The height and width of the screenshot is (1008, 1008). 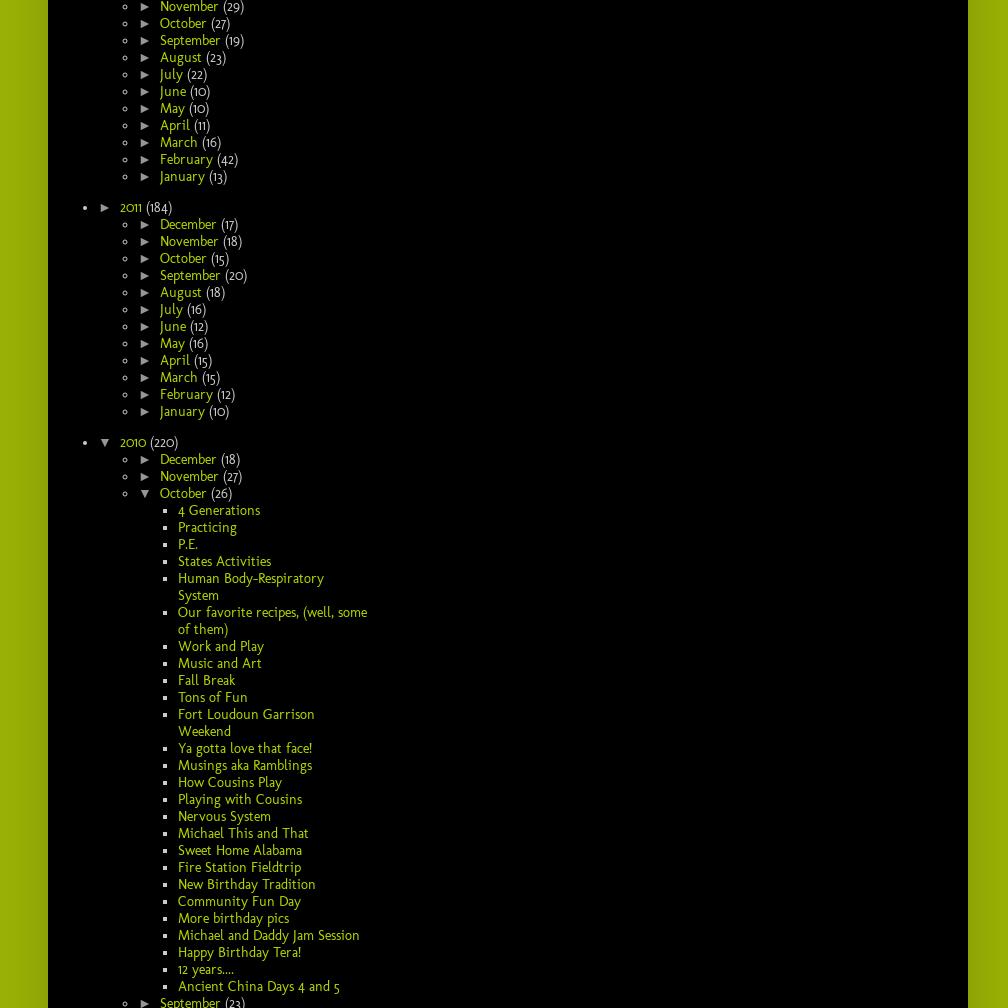 What do you see at coordinates (224, 560) in the screenshot?
I see `'States Activities'` at bounding box center [224, 560].